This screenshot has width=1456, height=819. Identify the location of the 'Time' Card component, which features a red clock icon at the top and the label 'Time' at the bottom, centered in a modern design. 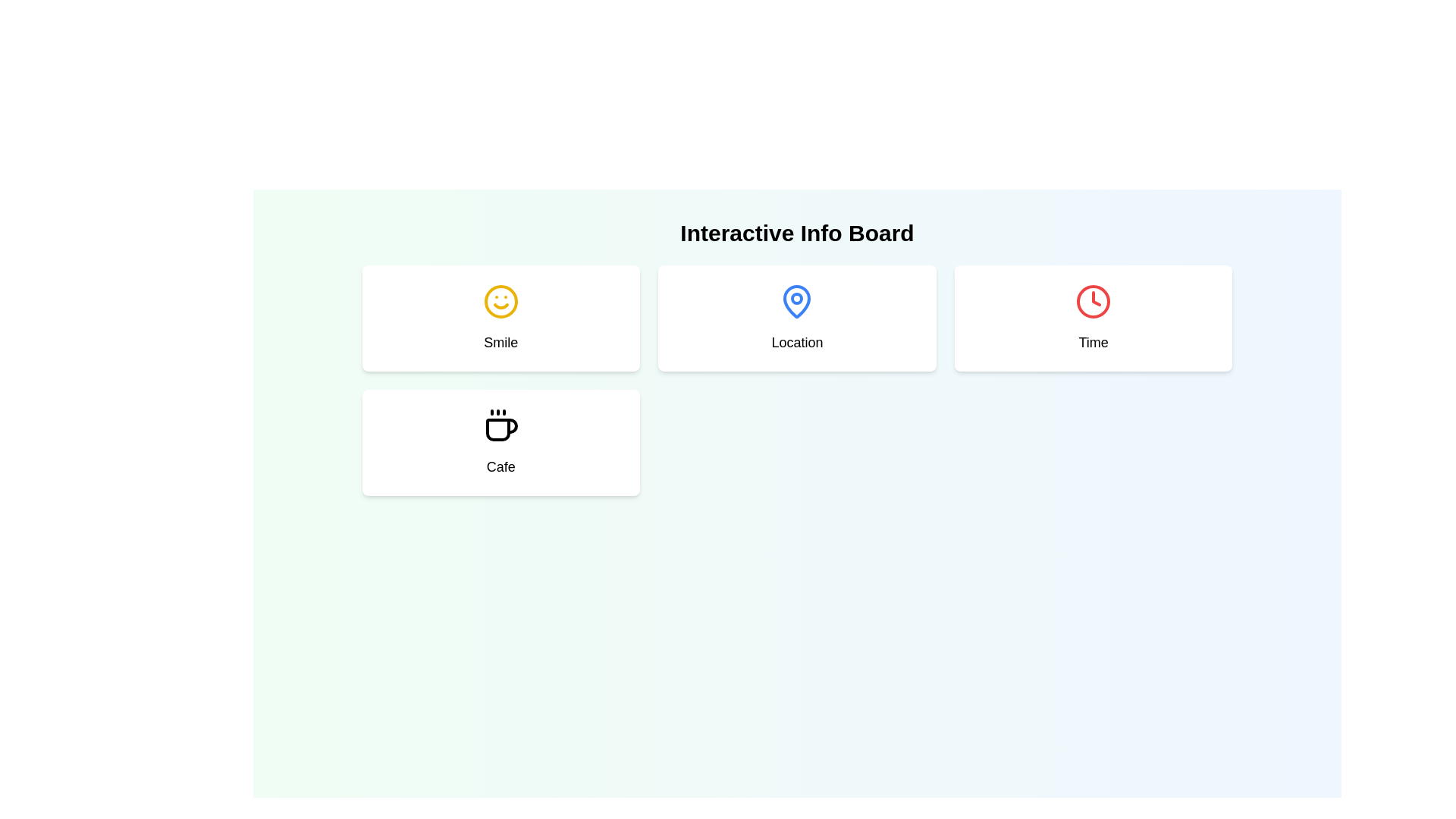
(1094, 318).